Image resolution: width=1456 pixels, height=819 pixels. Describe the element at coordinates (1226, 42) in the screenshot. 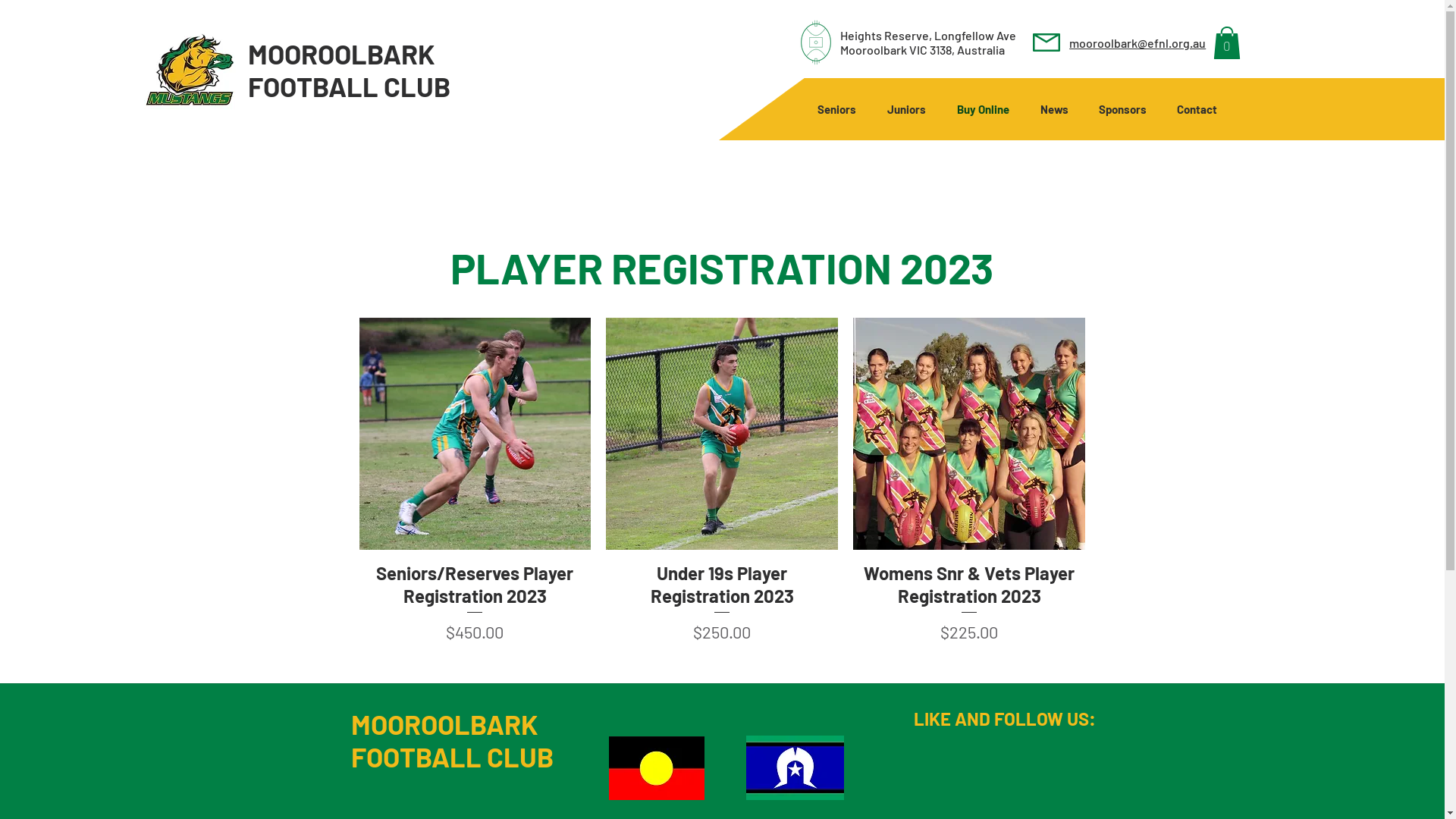

I see `'0'` at that location.